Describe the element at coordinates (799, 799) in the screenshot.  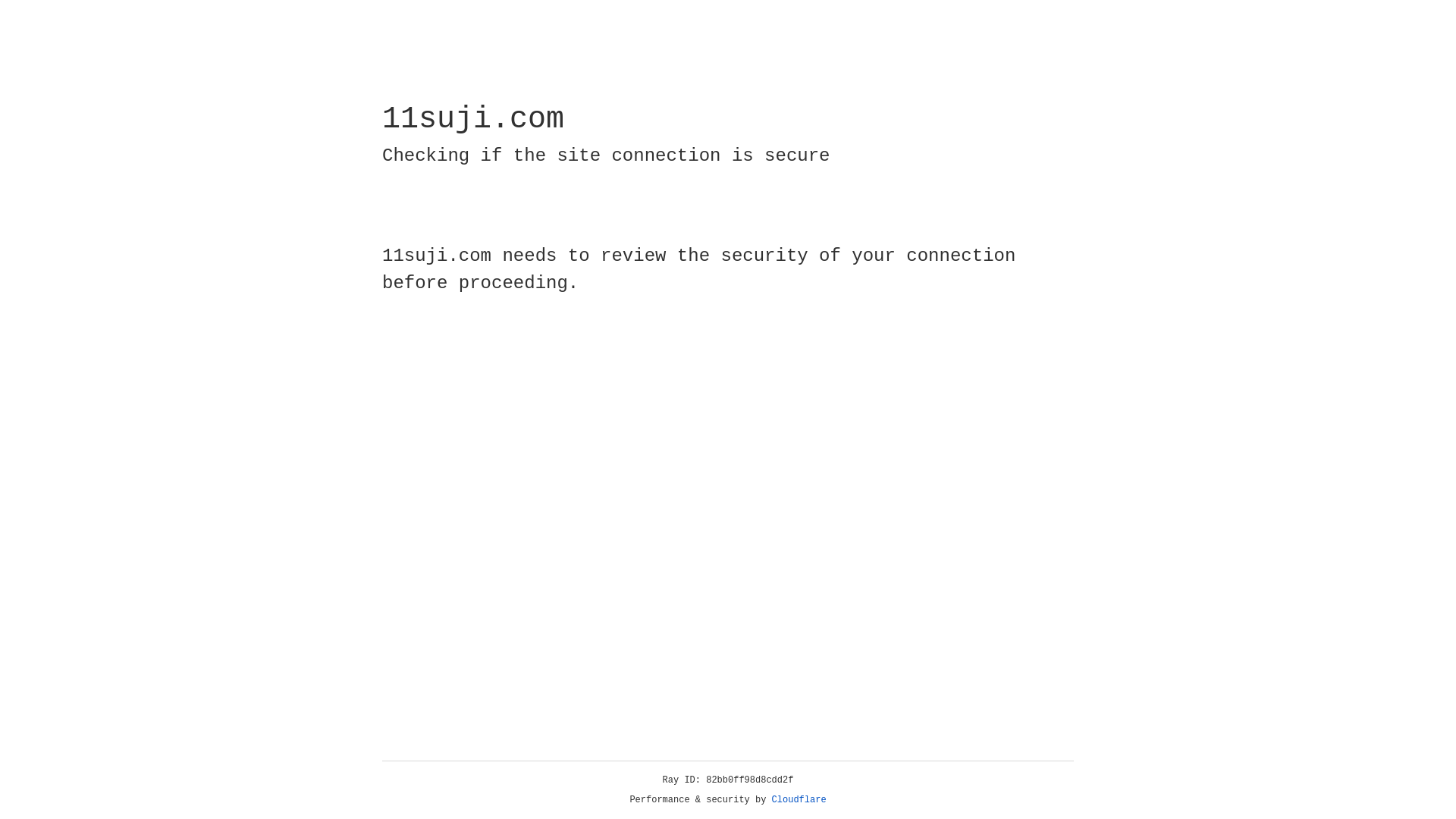
I see `'Cloudflare'` at that location.